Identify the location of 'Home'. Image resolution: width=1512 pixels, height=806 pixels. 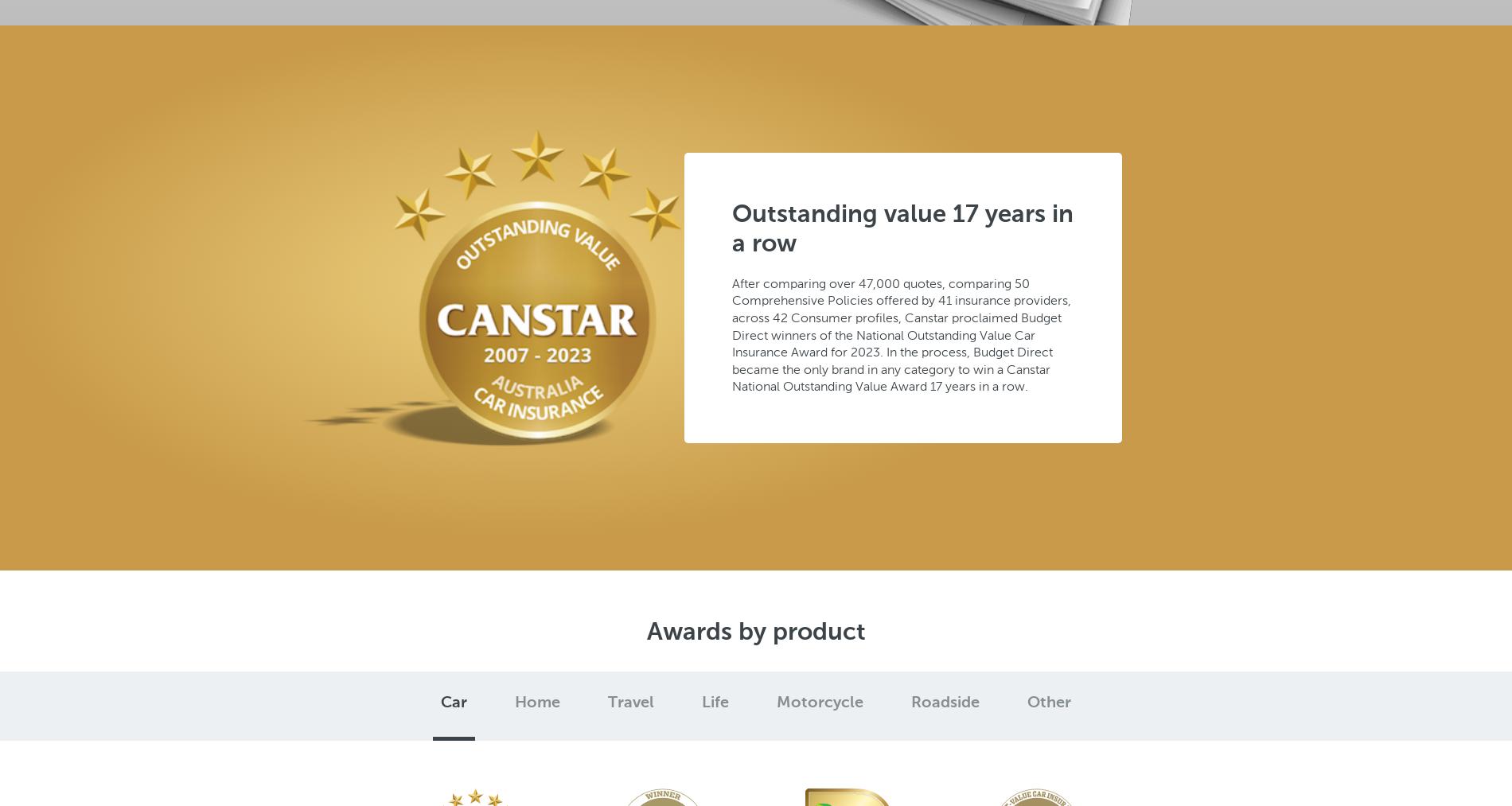
(537, 702).